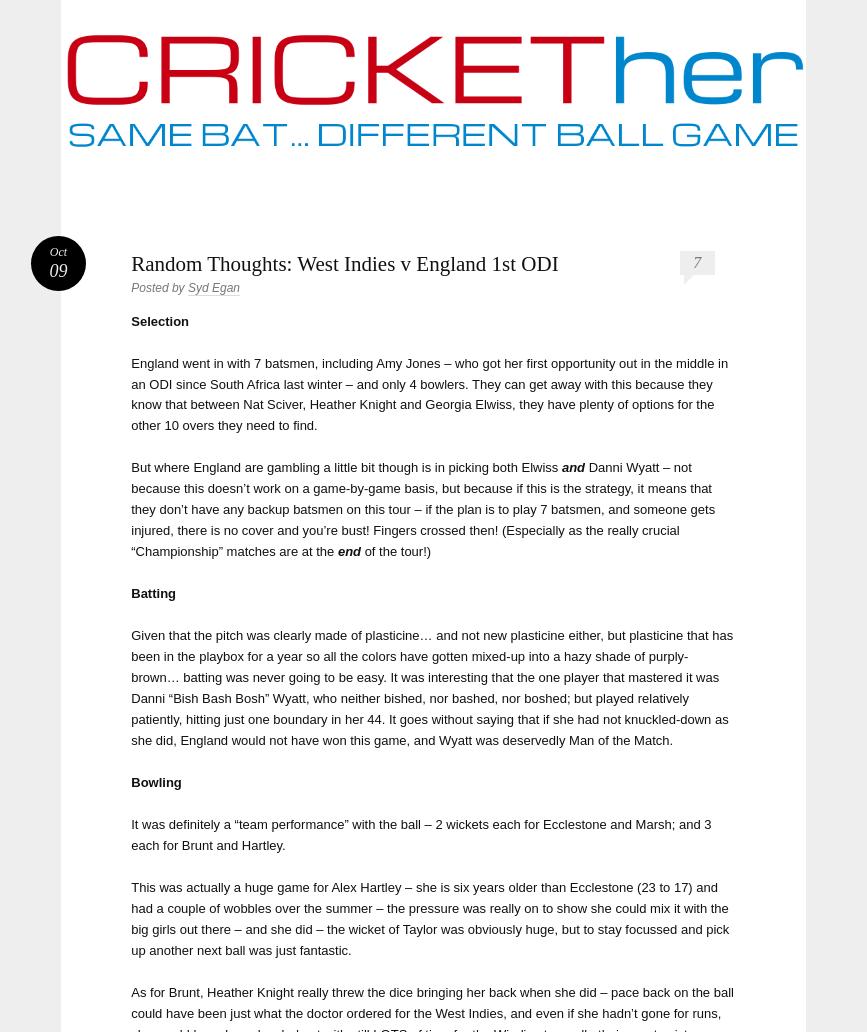 The height and width of the screenshot is (1032, 867). What do you see at coordinates (159, 286) in the screenshot?
I see `'Posted by'` at bounding box center [159, 286].